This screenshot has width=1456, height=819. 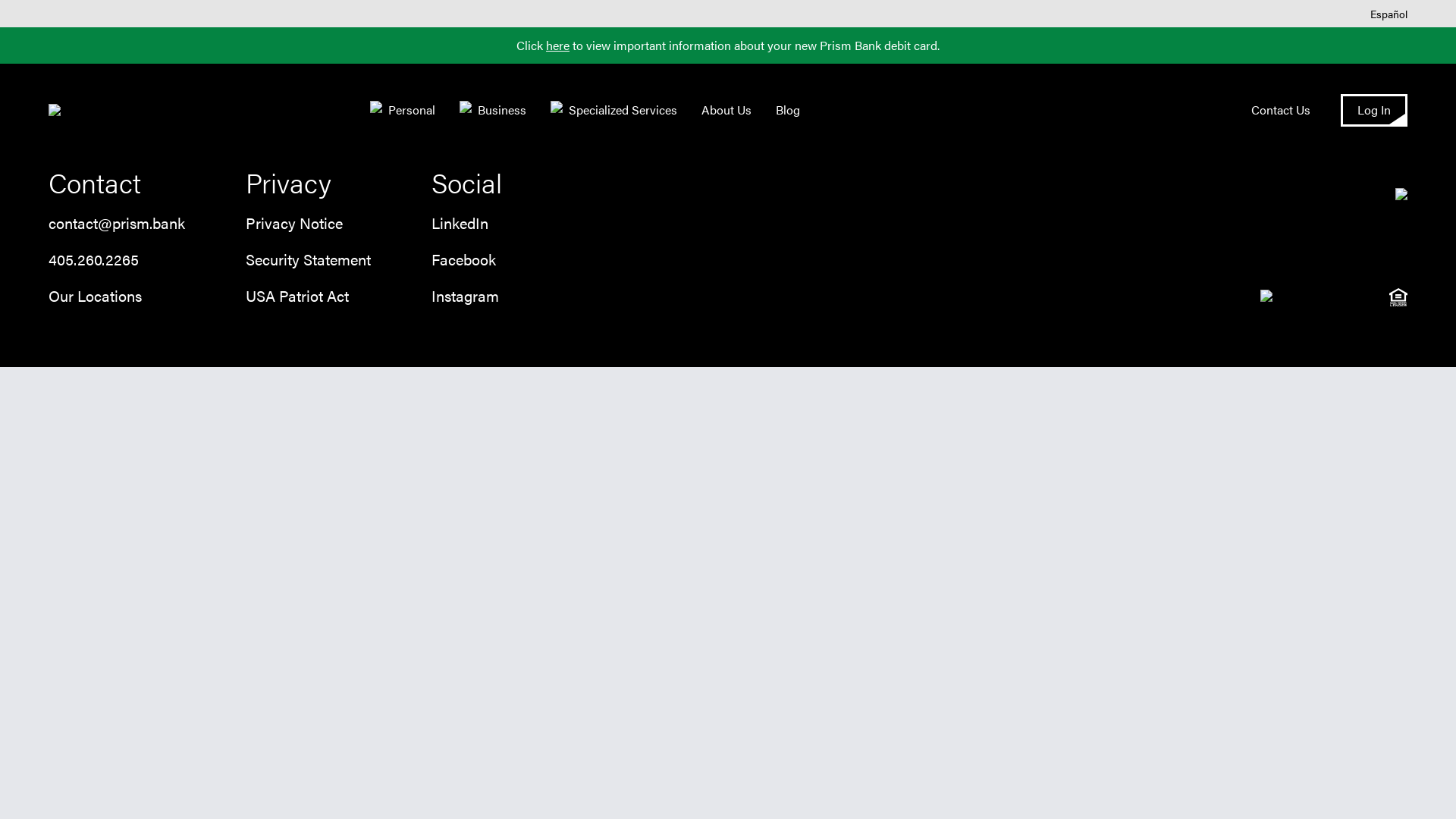 I want to click on 'Personal', so click(x=370, y=109).